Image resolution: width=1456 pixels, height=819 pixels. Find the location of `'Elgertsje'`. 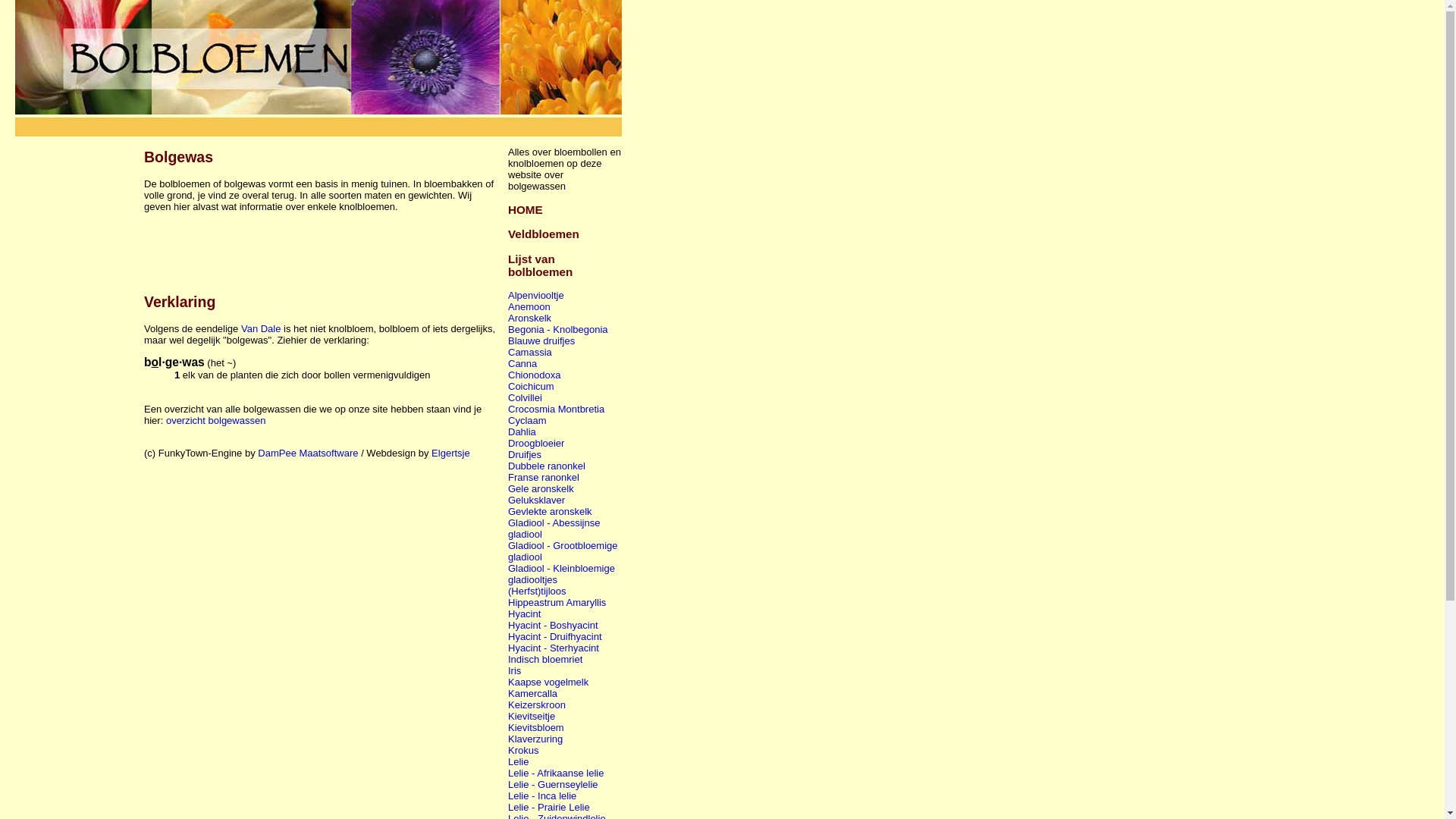

'Elgertsje' is located at coordinates (431, 452).